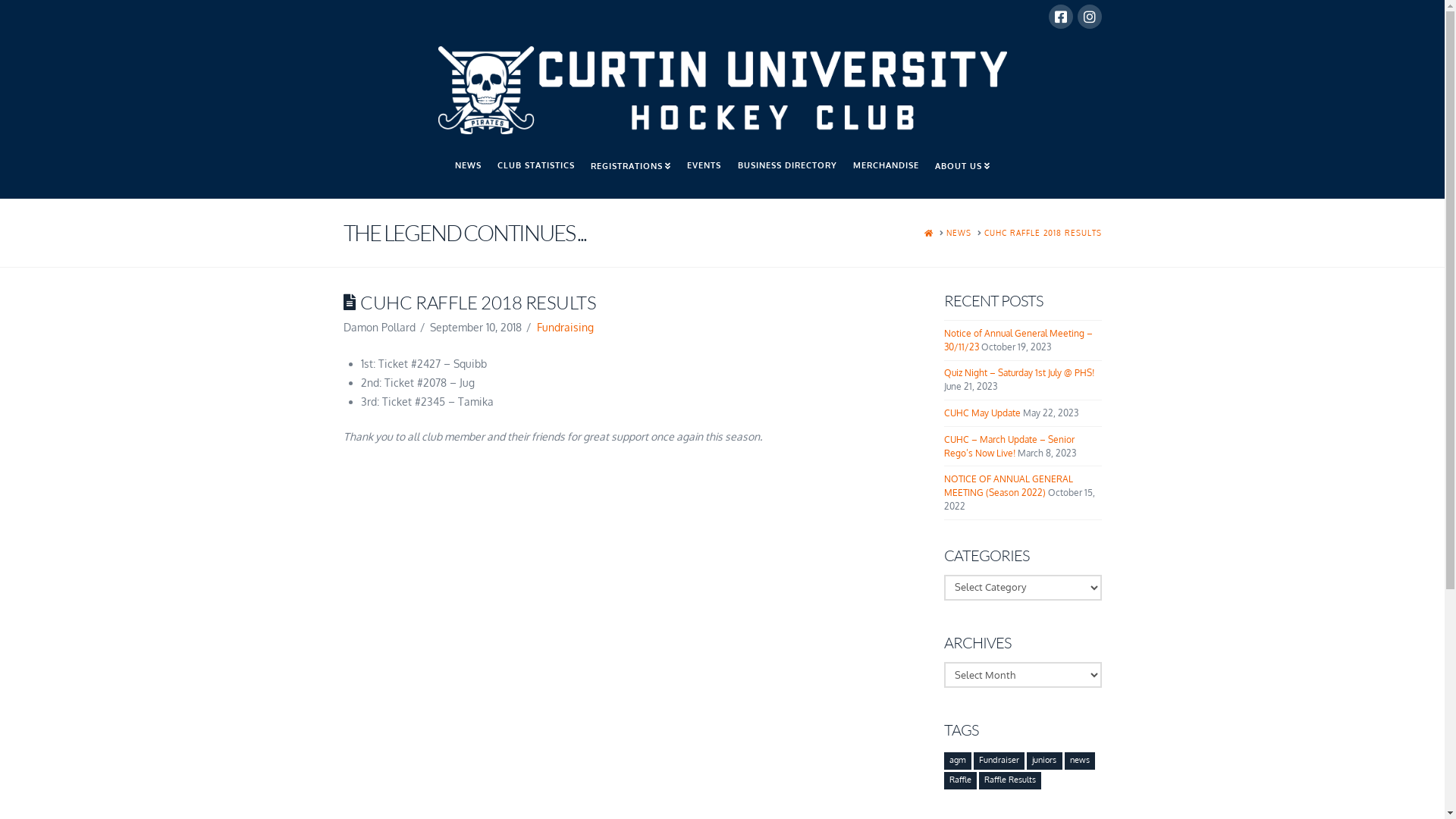  Describe the element at coordinates (982, 413) in the screenshot. I see `'CUHC May Update'` at that location.